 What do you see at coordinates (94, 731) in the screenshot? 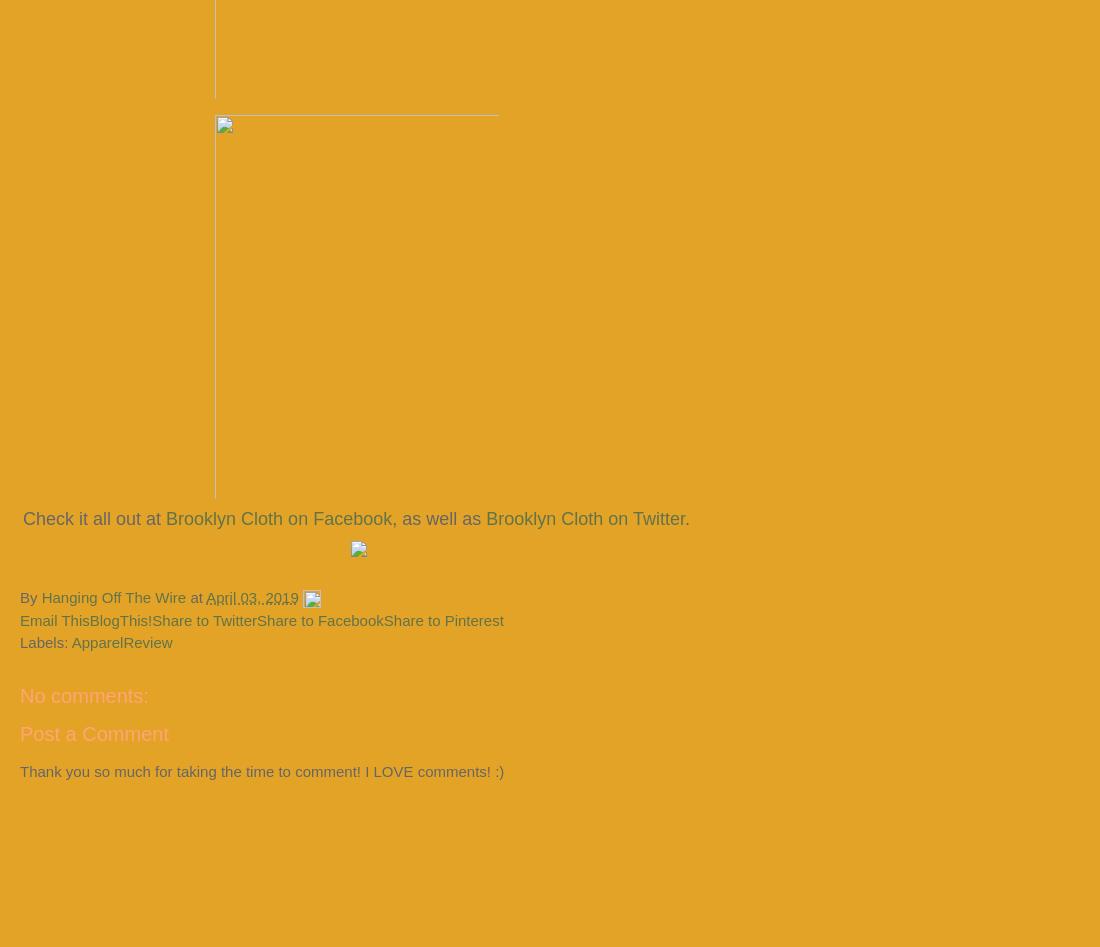
I see `'Post a Comment'` at bounding box center [94, 731].